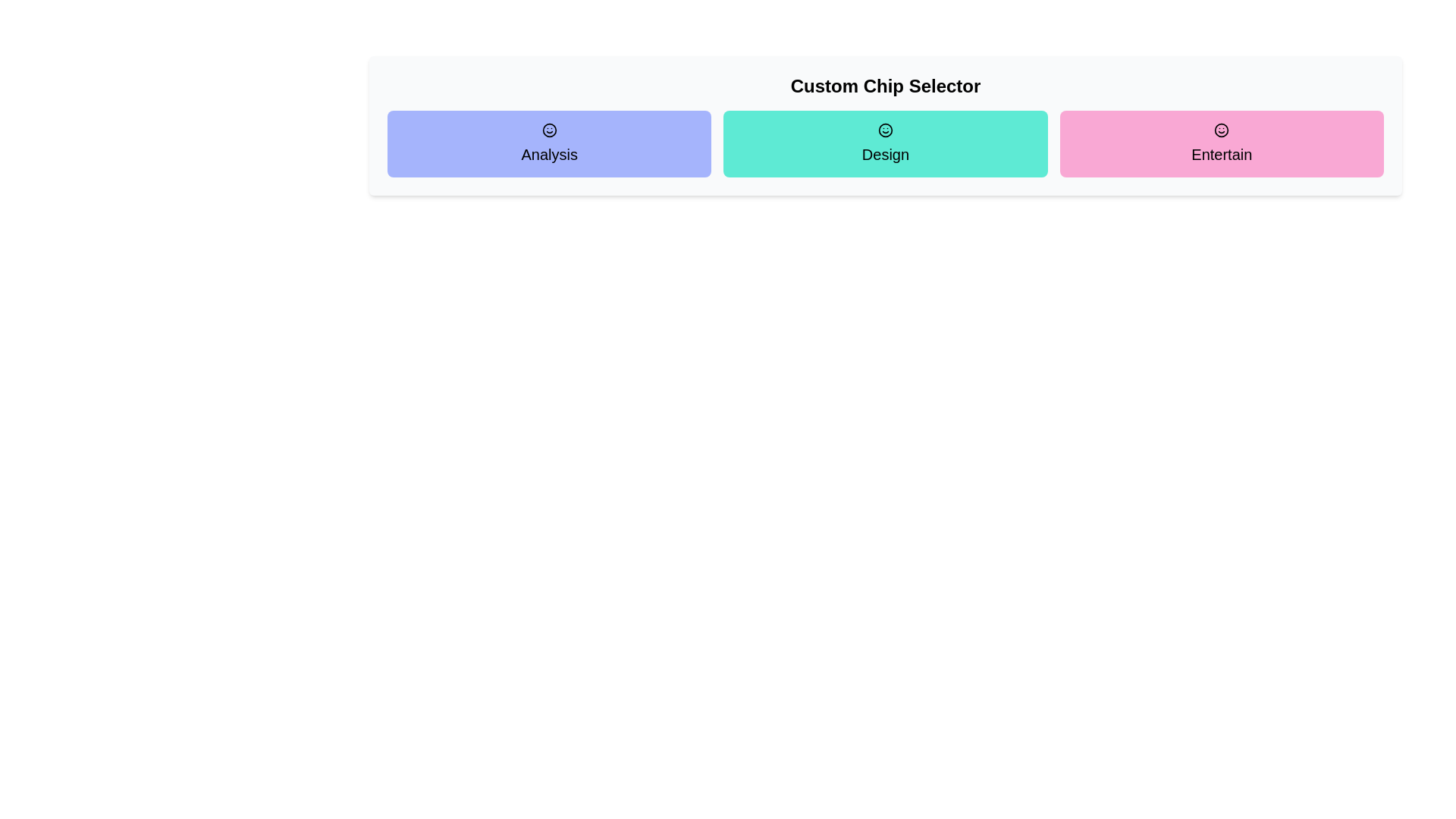  Describe the element at coordinates (582, 0) in the screenshot. I see `the background of the component` at that location.